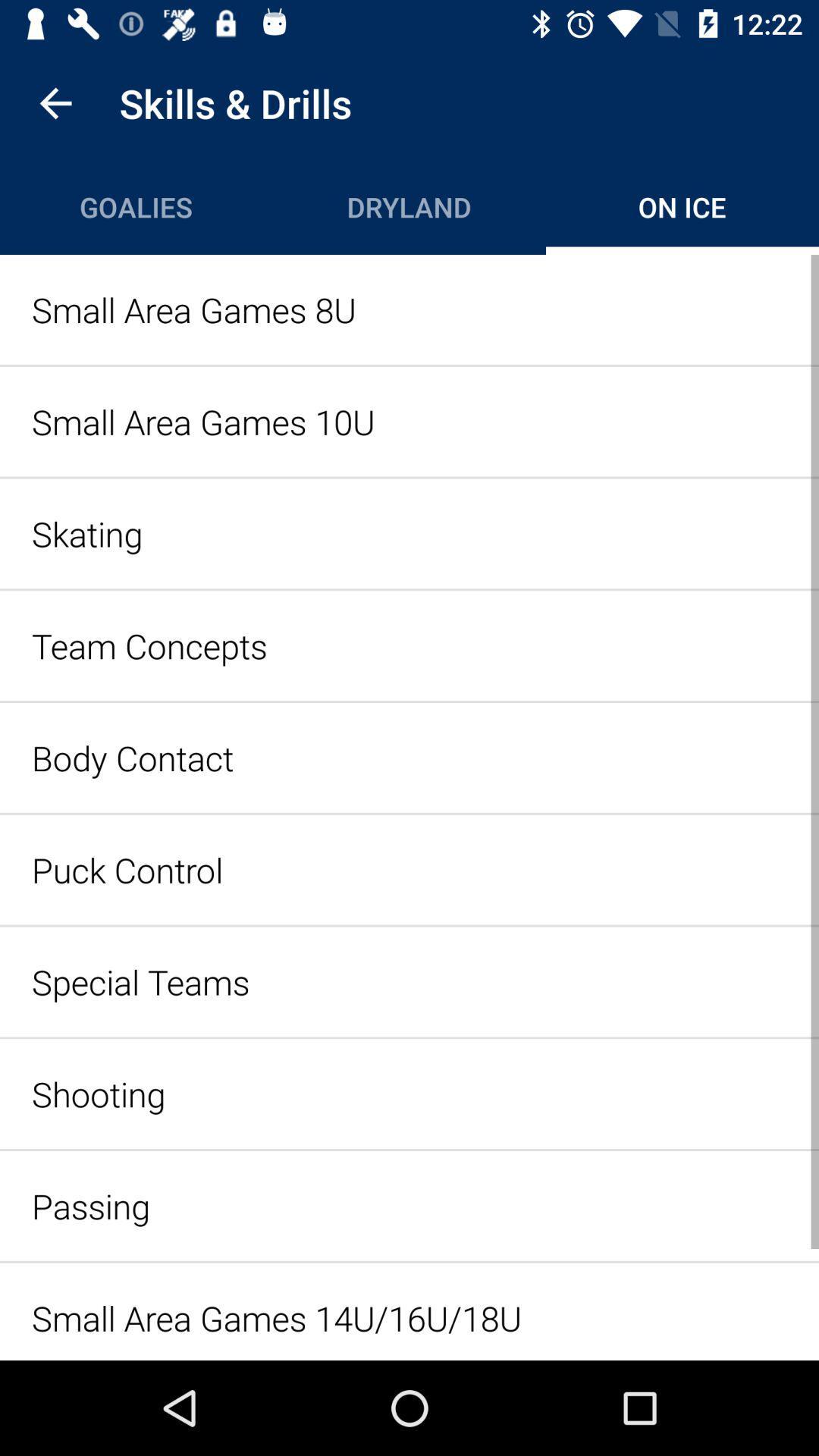 The image size is (819, 1456). What do you see at coordinates (55, 102) in the screenshot?
I see `item next to the skills & drills icon` at bounding box center [55, 102].